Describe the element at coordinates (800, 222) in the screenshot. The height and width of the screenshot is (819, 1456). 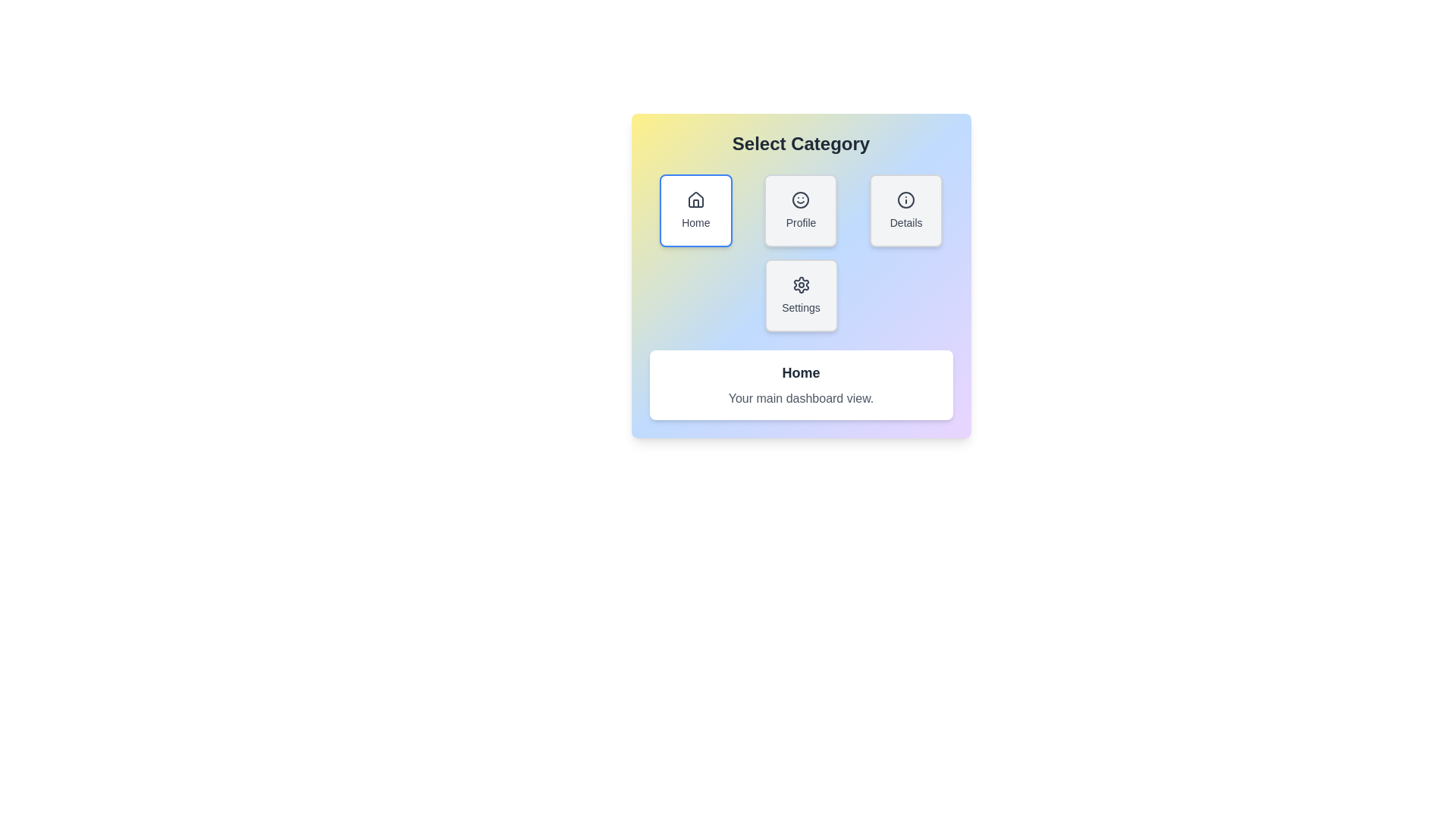
I see `the 'Profile' text label, which is displayed in small font below a smiling face icon in the 'Select Category' grid layout` at that location.